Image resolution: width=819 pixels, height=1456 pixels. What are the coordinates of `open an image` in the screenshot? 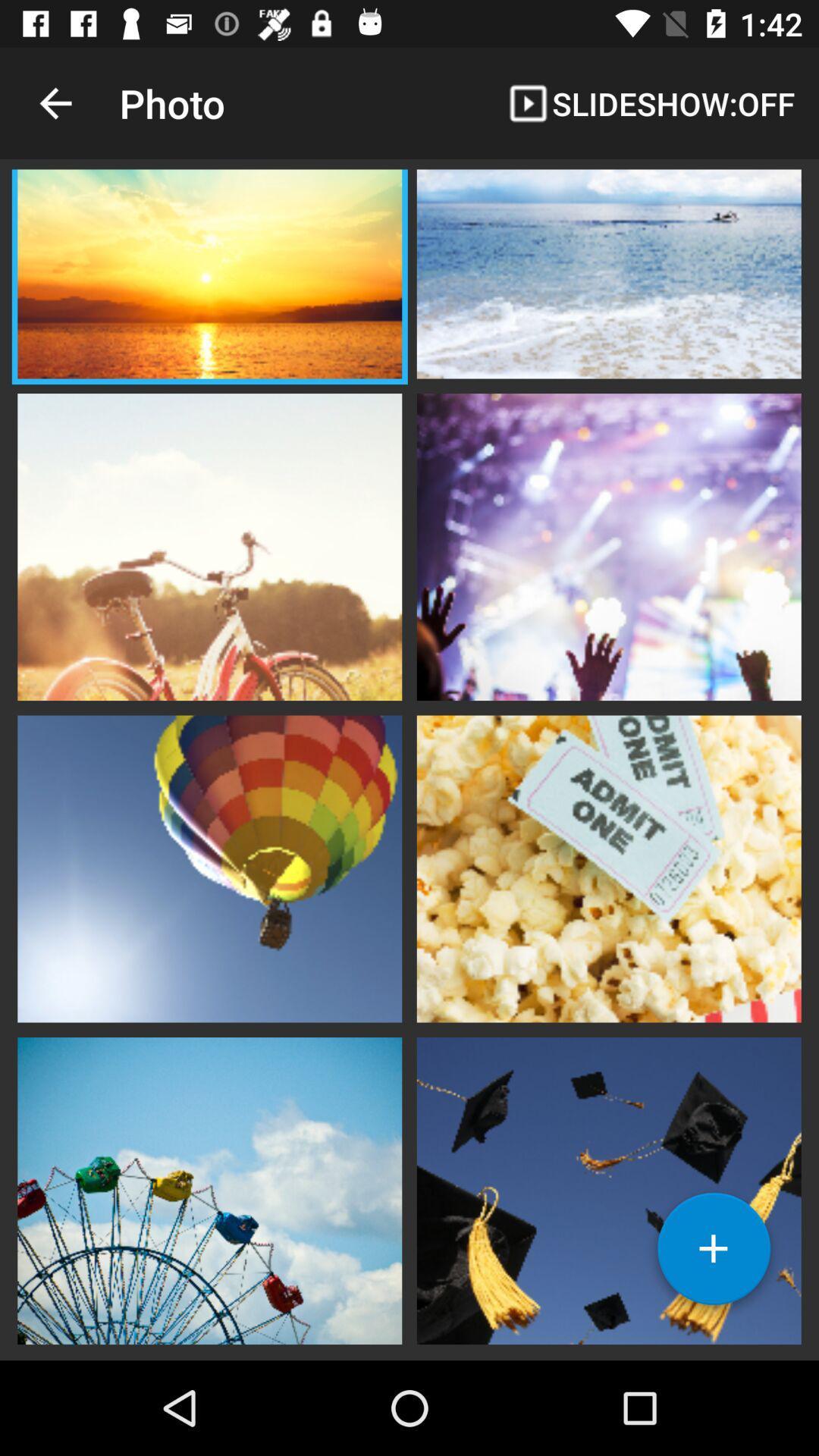 It's located at (608, 867).